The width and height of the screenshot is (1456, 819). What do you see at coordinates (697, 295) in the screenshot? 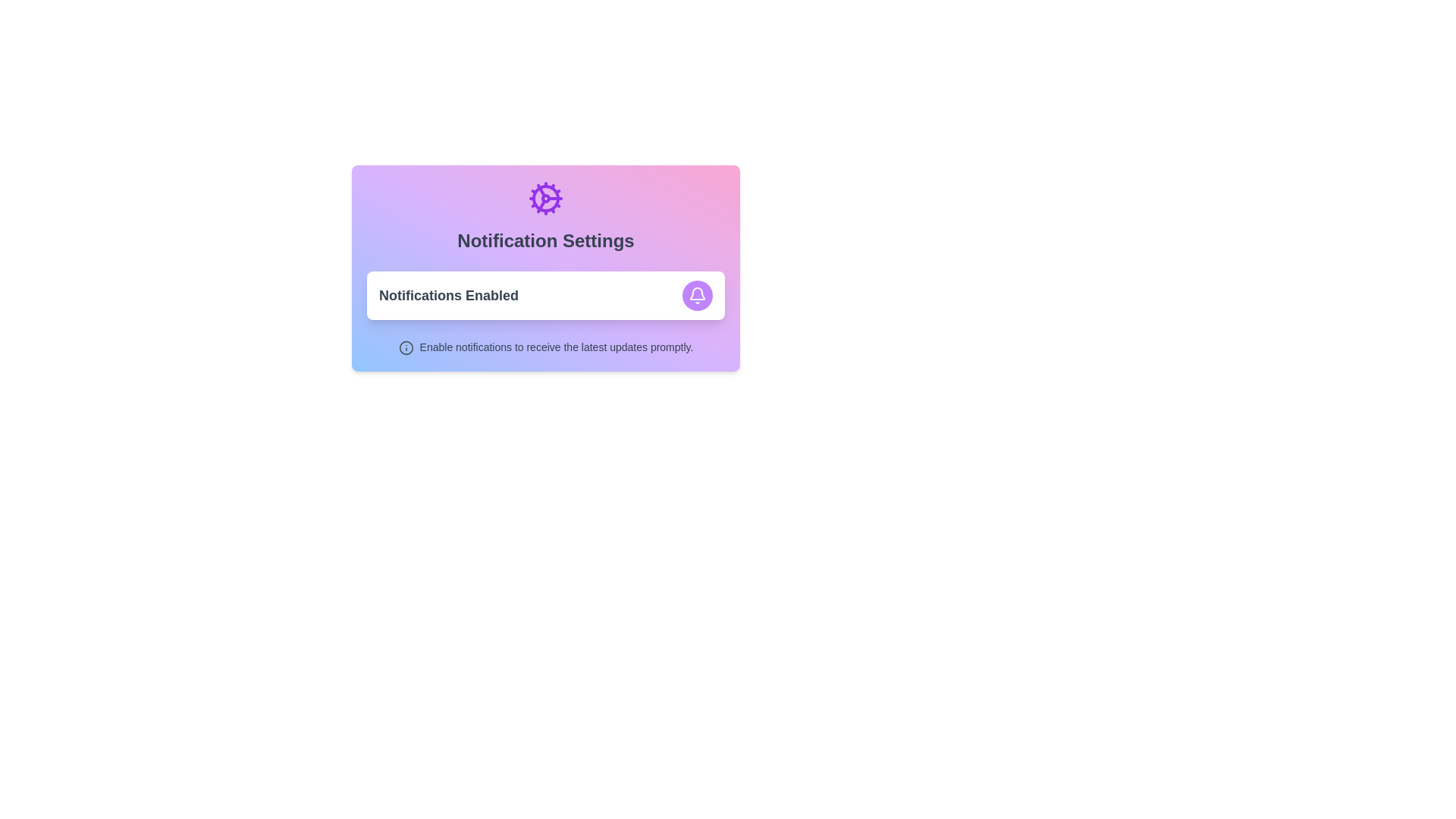
I see `the alert or notification icon positioned inside a purple circular background, located to the right of the 'Notifications Enabled' button` at bounding box center [697, 295].